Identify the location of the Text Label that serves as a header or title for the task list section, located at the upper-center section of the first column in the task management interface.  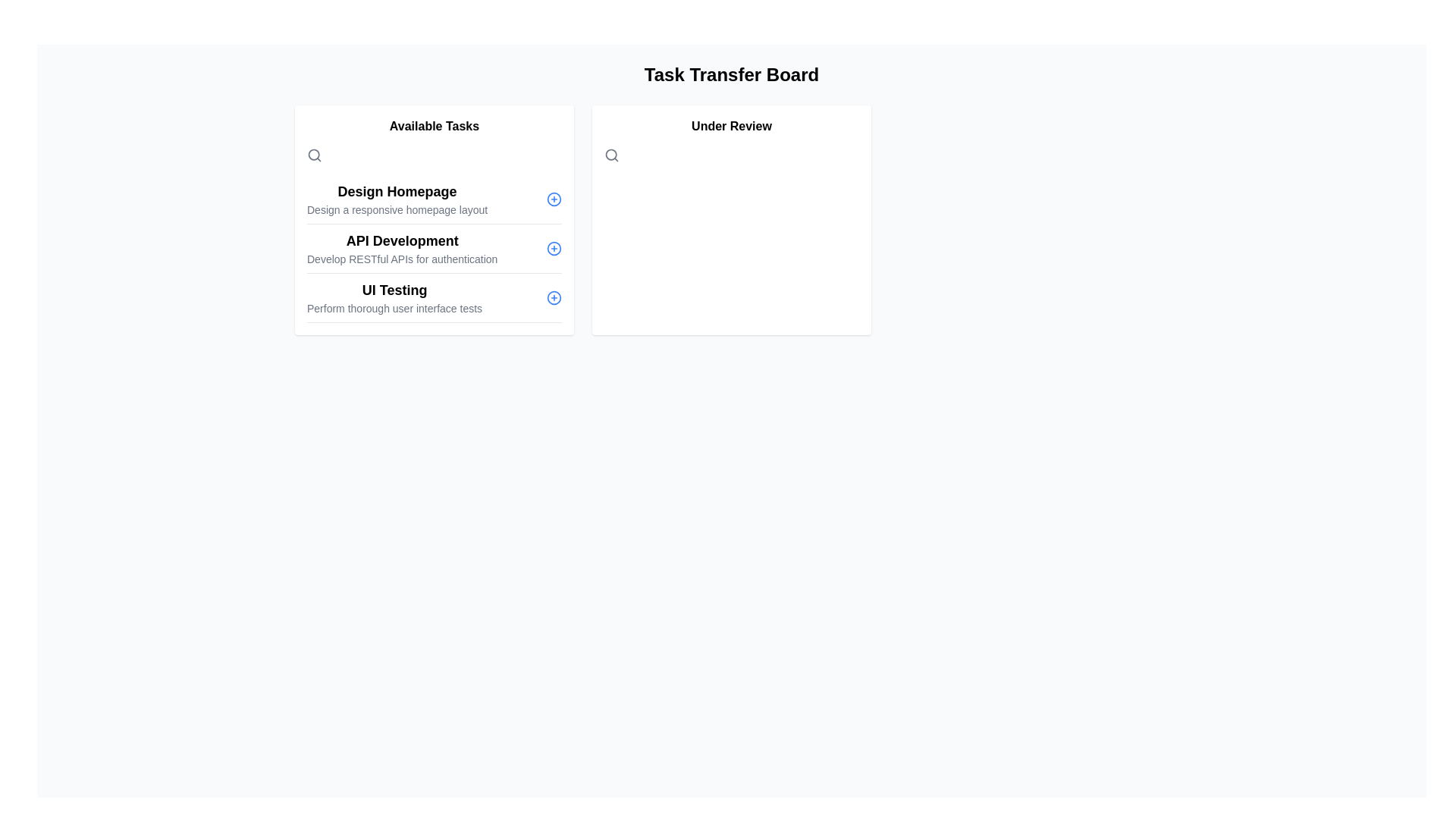
(433, 125).